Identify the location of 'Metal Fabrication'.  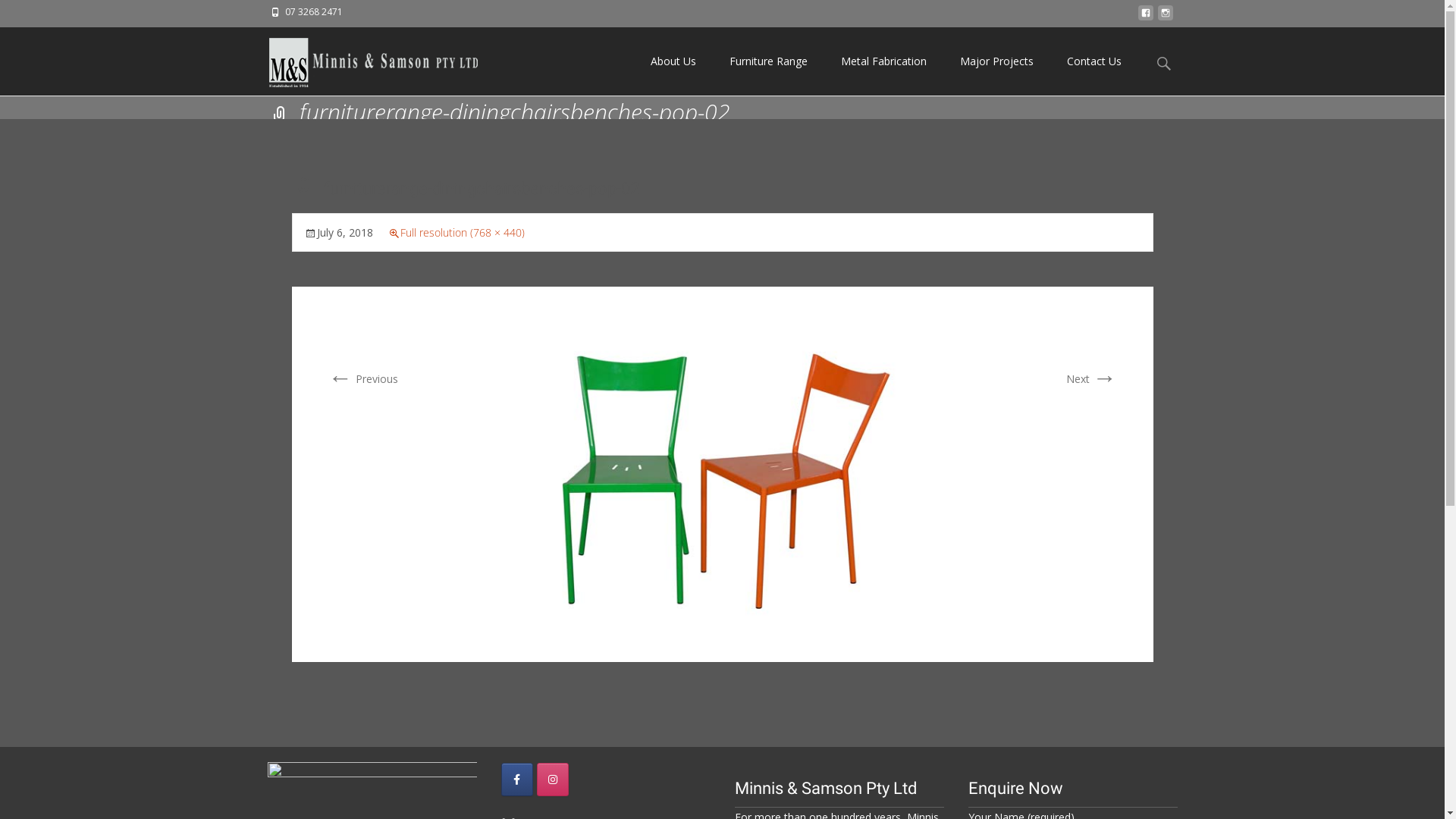
(883, 61).